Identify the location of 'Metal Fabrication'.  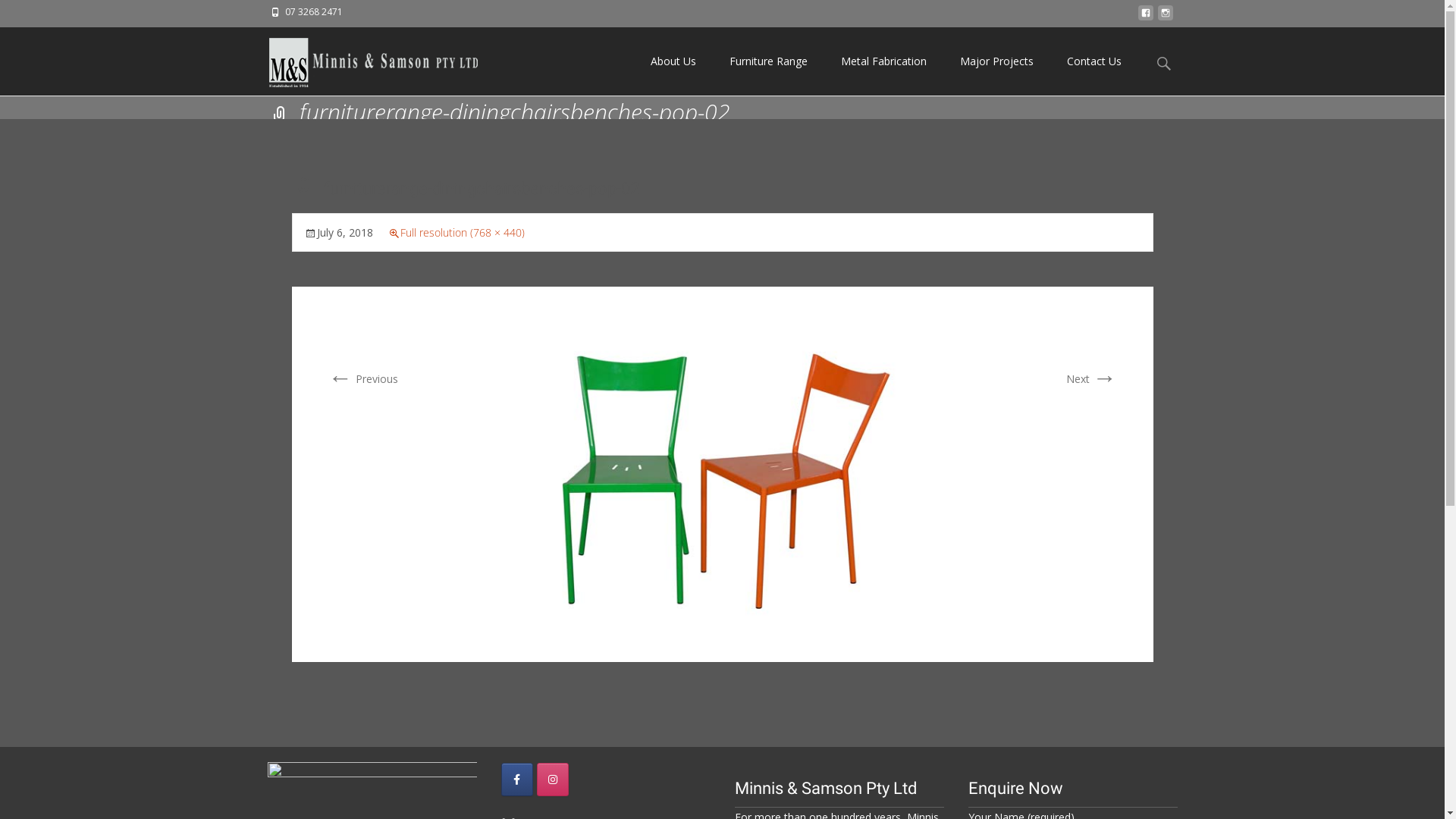
(883, 61).